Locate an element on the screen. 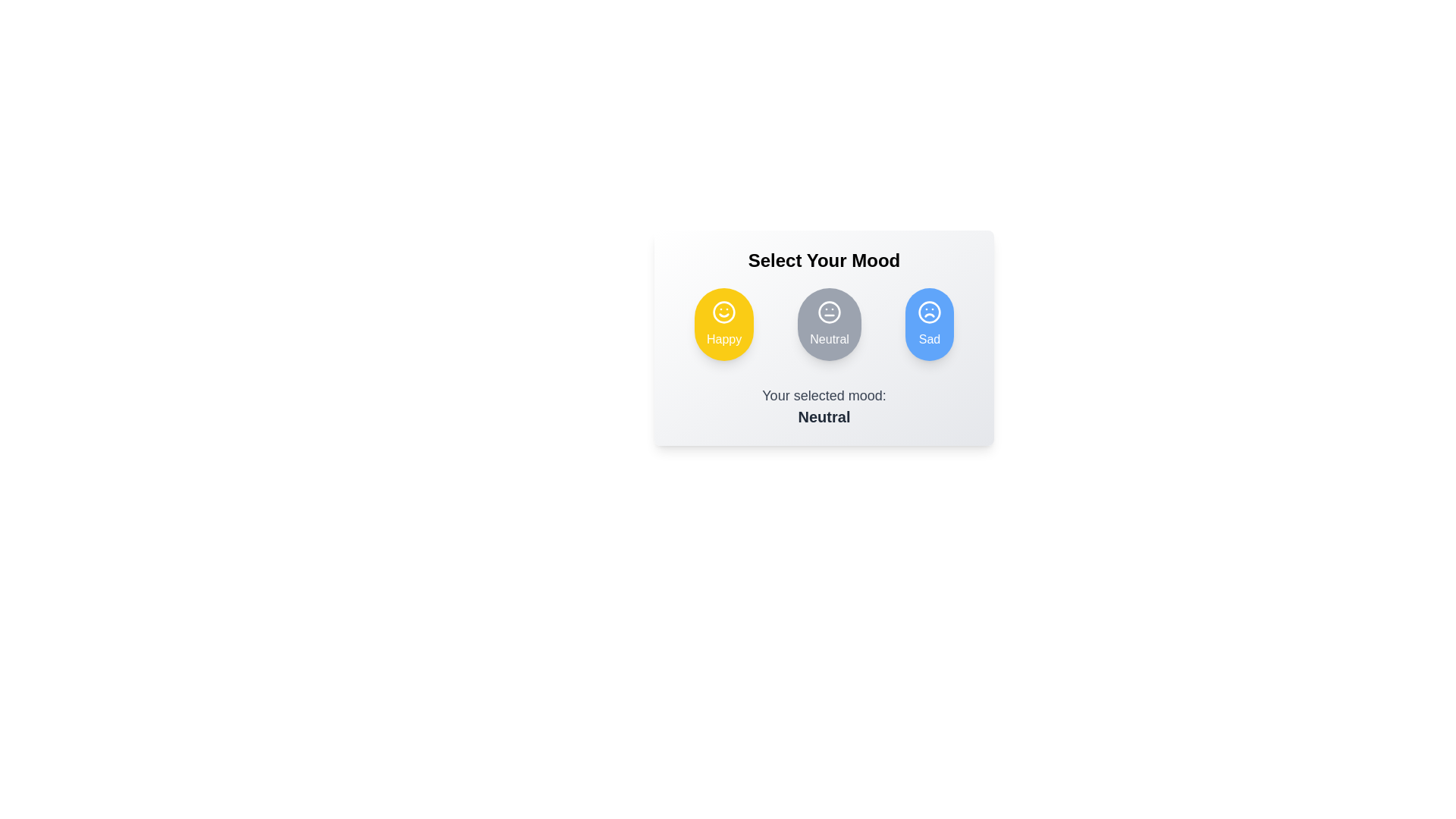 The image size is (1456, 819). the yellow circular icon containing a happy face symbol, which is the first button in the row of mood selection buttons beneath the 'Select Your Mood' title is located at coordinates (723, 312).